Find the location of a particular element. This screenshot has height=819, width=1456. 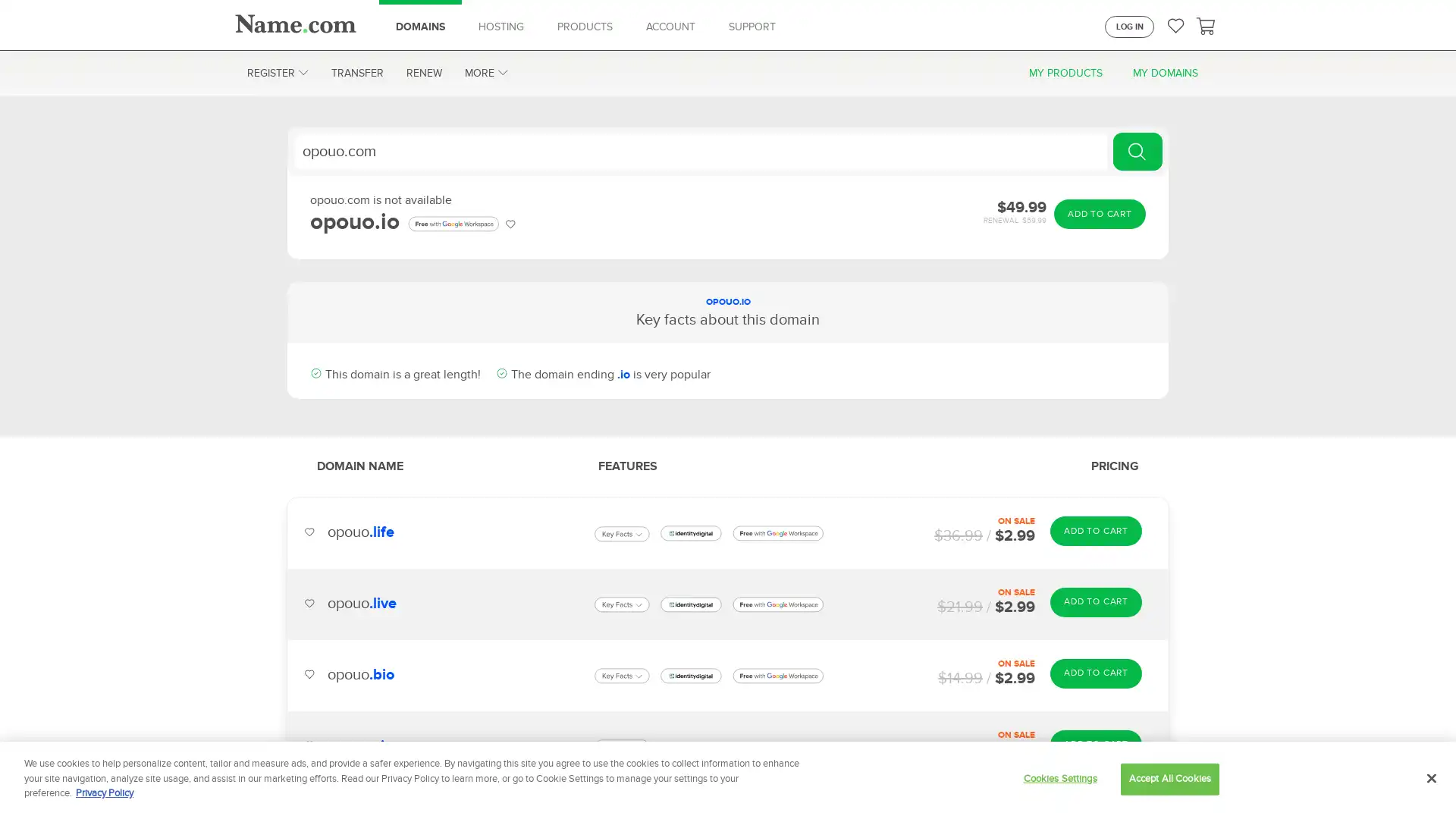

ADD TO CART is located at coordinates (1096, 529).